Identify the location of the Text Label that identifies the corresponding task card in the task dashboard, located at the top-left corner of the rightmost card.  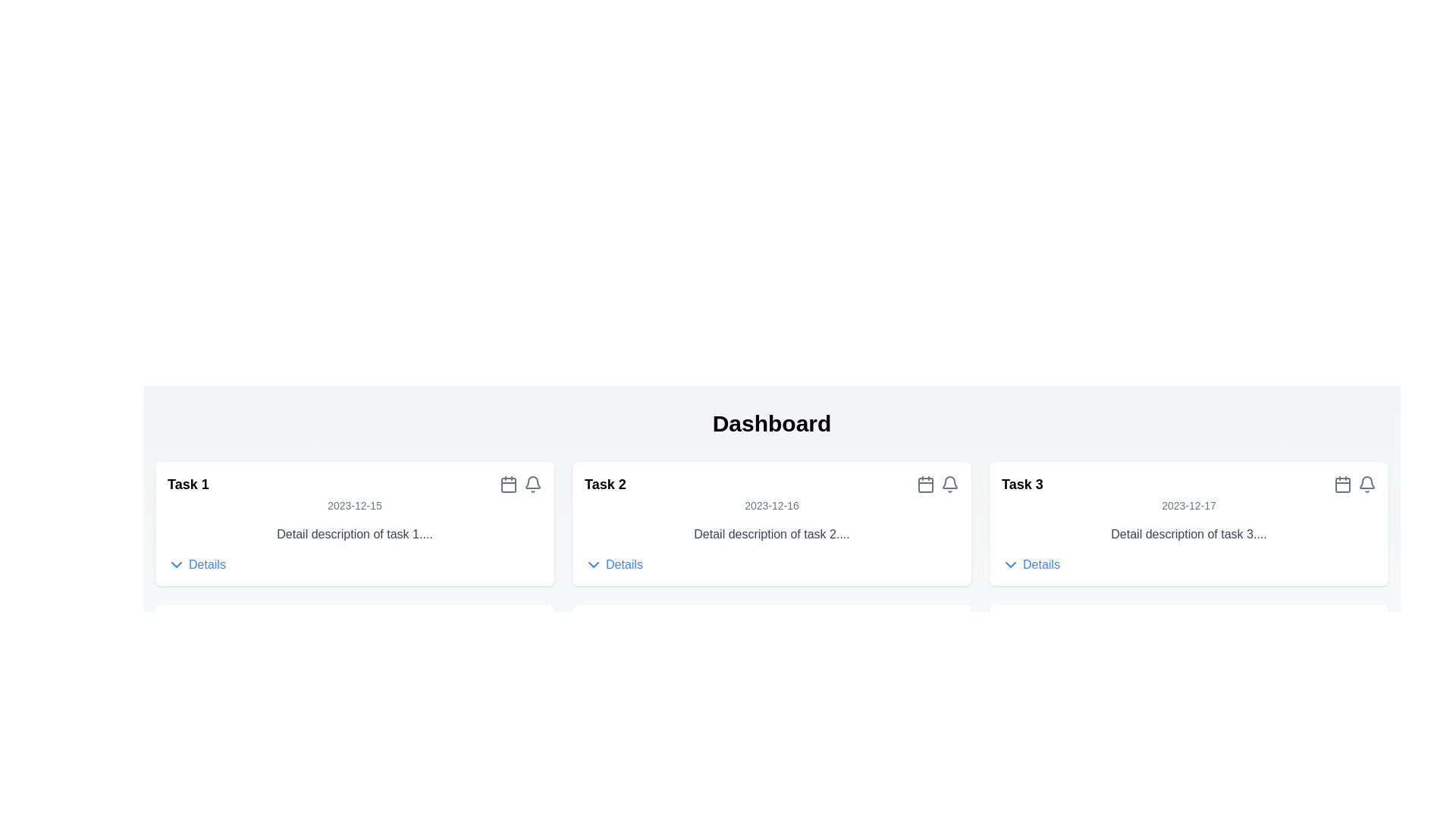
(1022, 485).